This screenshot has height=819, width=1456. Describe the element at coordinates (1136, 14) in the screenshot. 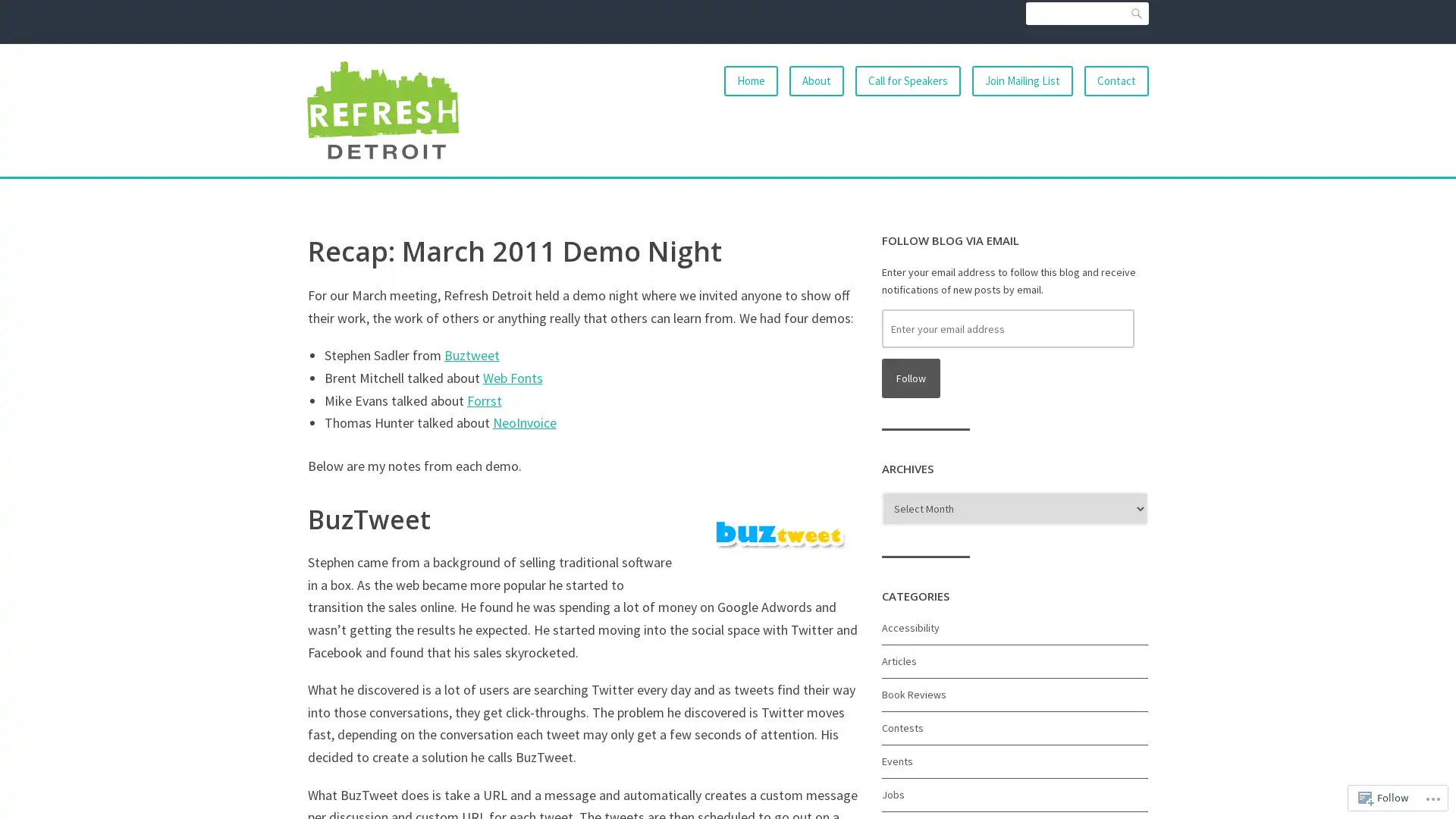

I see `Search` at that location.